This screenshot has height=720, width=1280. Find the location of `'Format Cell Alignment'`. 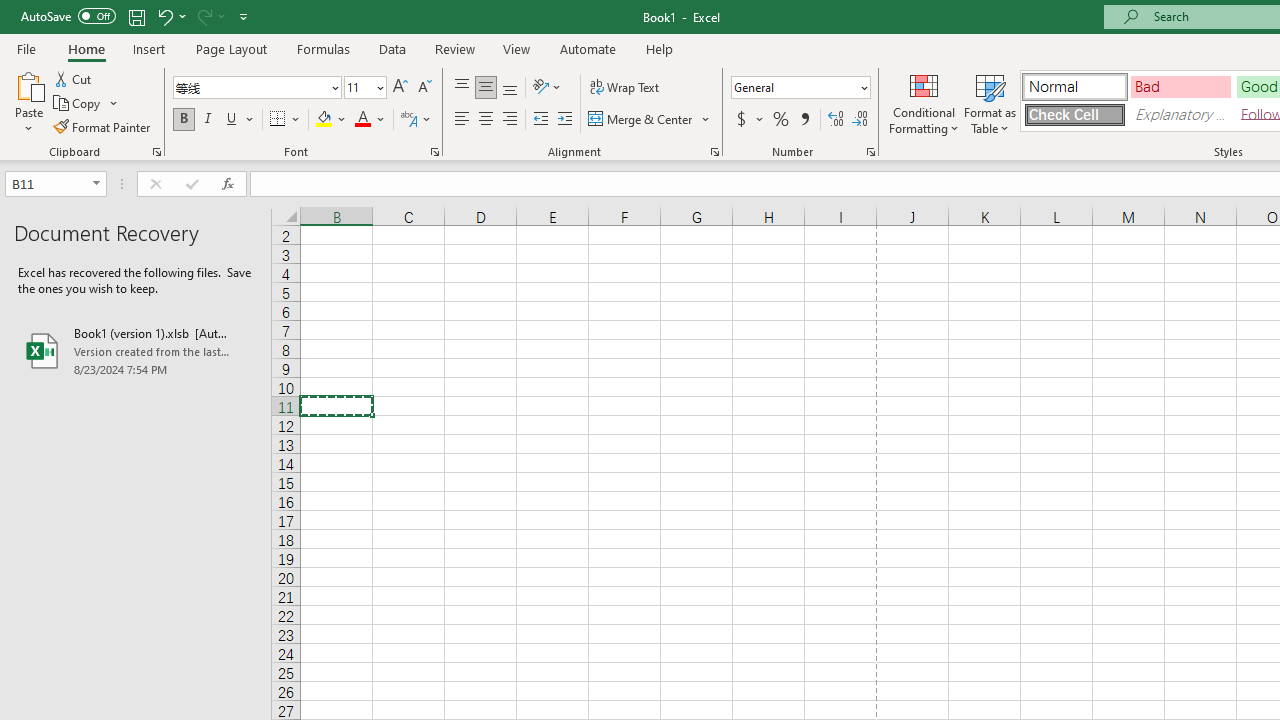

'Format Cell Alignment' is located at coordinates (714, 150).